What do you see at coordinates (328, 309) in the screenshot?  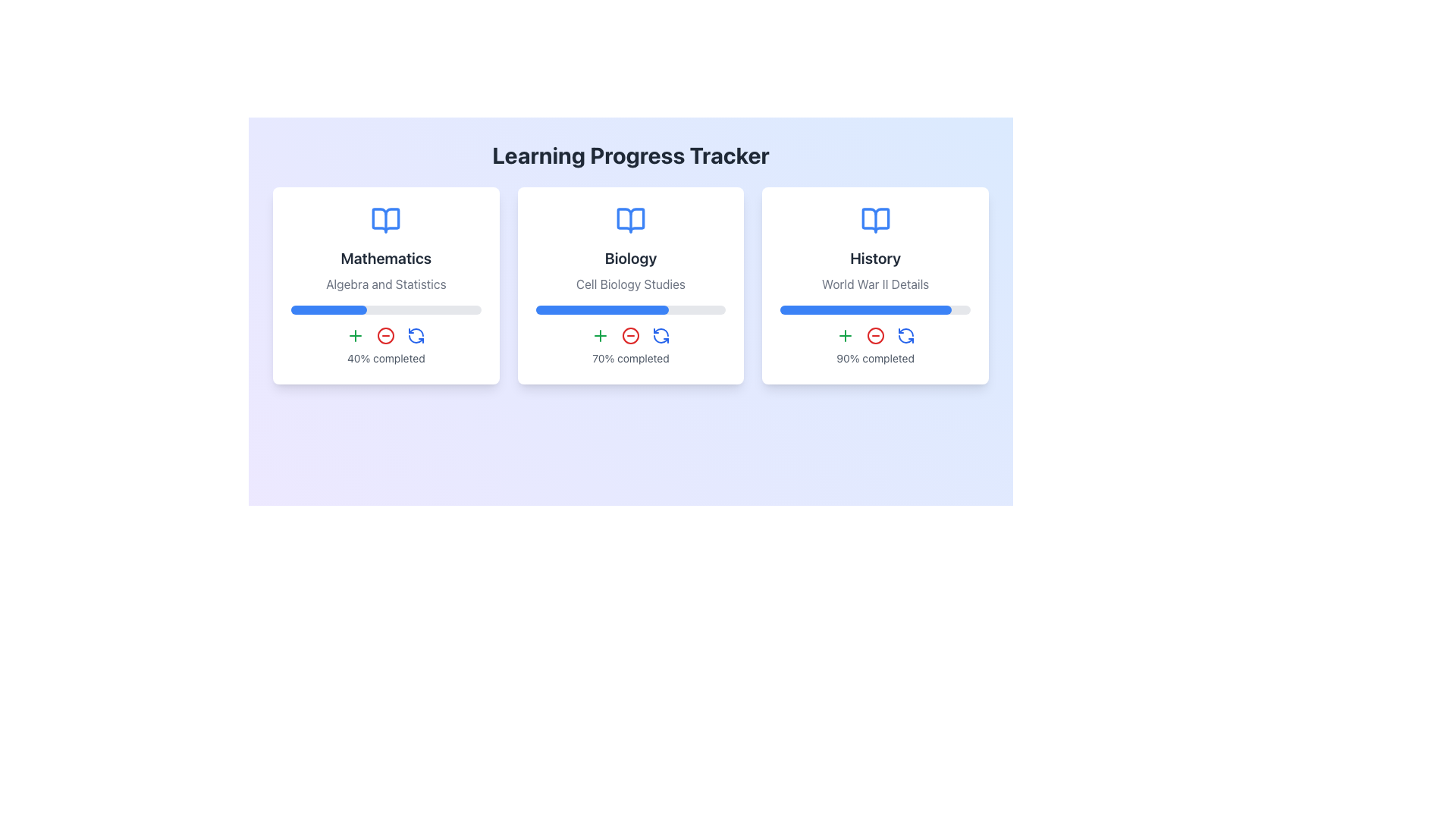 I see `the progress represented by the segment of the progress bar for the Mathematics course, which fills the first 40% of the bar` at bounding box center [328, 309].